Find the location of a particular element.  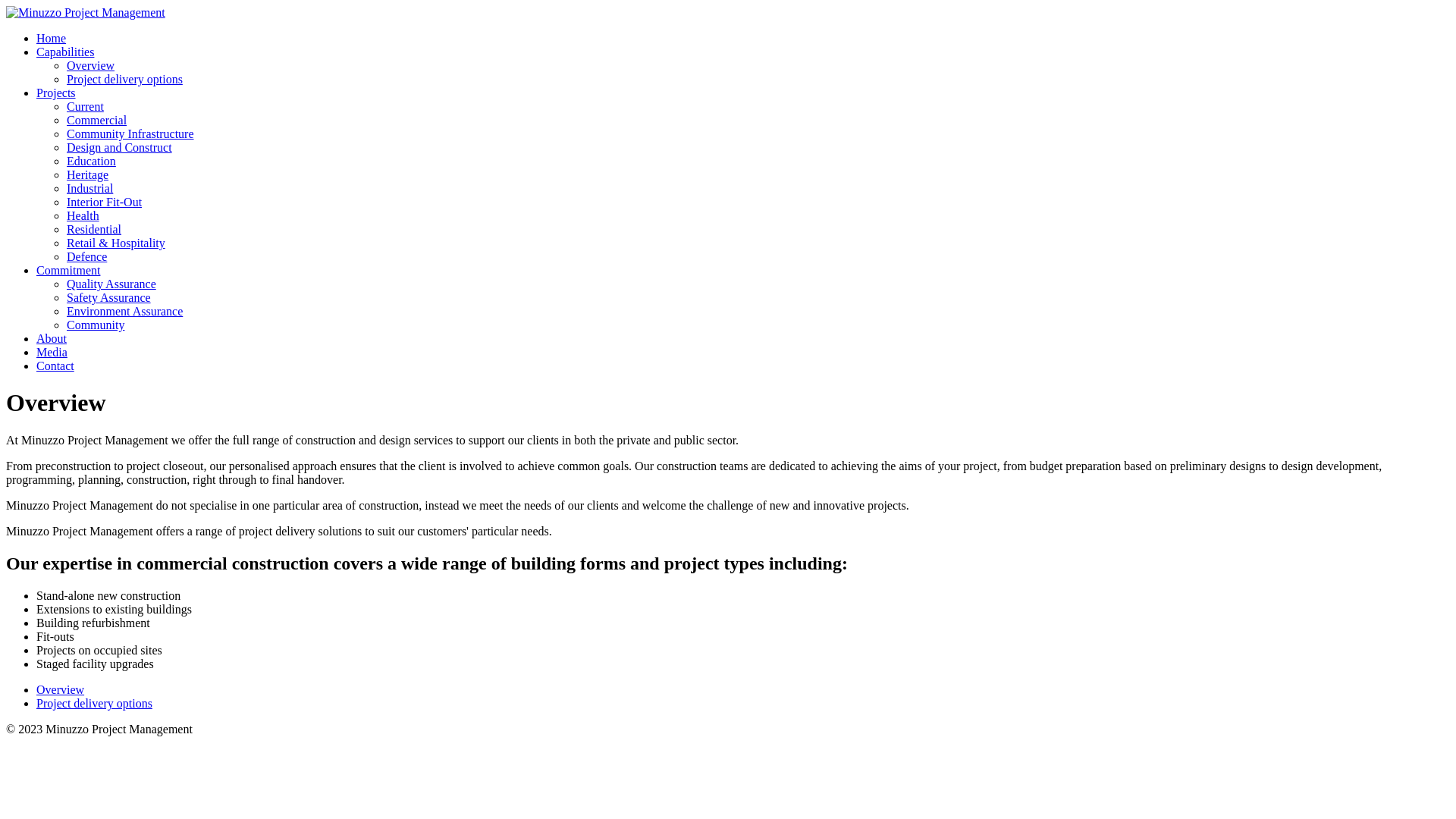

'Safety Assurance' is located at coordinates (65, 297).